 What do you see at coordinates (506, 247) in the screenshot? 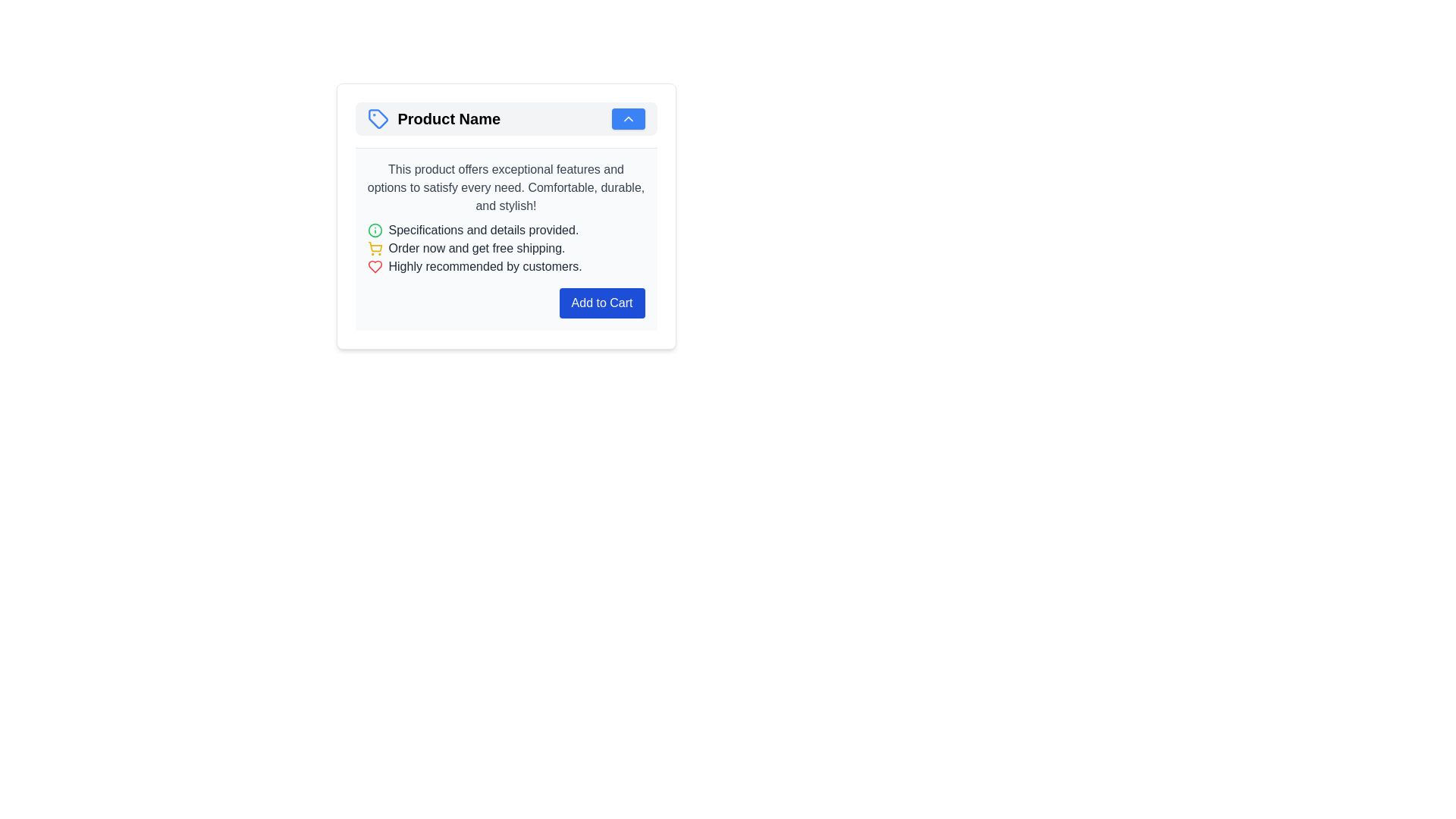
I see `the textual informational block displaying 'Specifications and details provided. Order now and get free shipping. Highly recommended by customers.' to emphasize the information` at bounding box center [506, 247].